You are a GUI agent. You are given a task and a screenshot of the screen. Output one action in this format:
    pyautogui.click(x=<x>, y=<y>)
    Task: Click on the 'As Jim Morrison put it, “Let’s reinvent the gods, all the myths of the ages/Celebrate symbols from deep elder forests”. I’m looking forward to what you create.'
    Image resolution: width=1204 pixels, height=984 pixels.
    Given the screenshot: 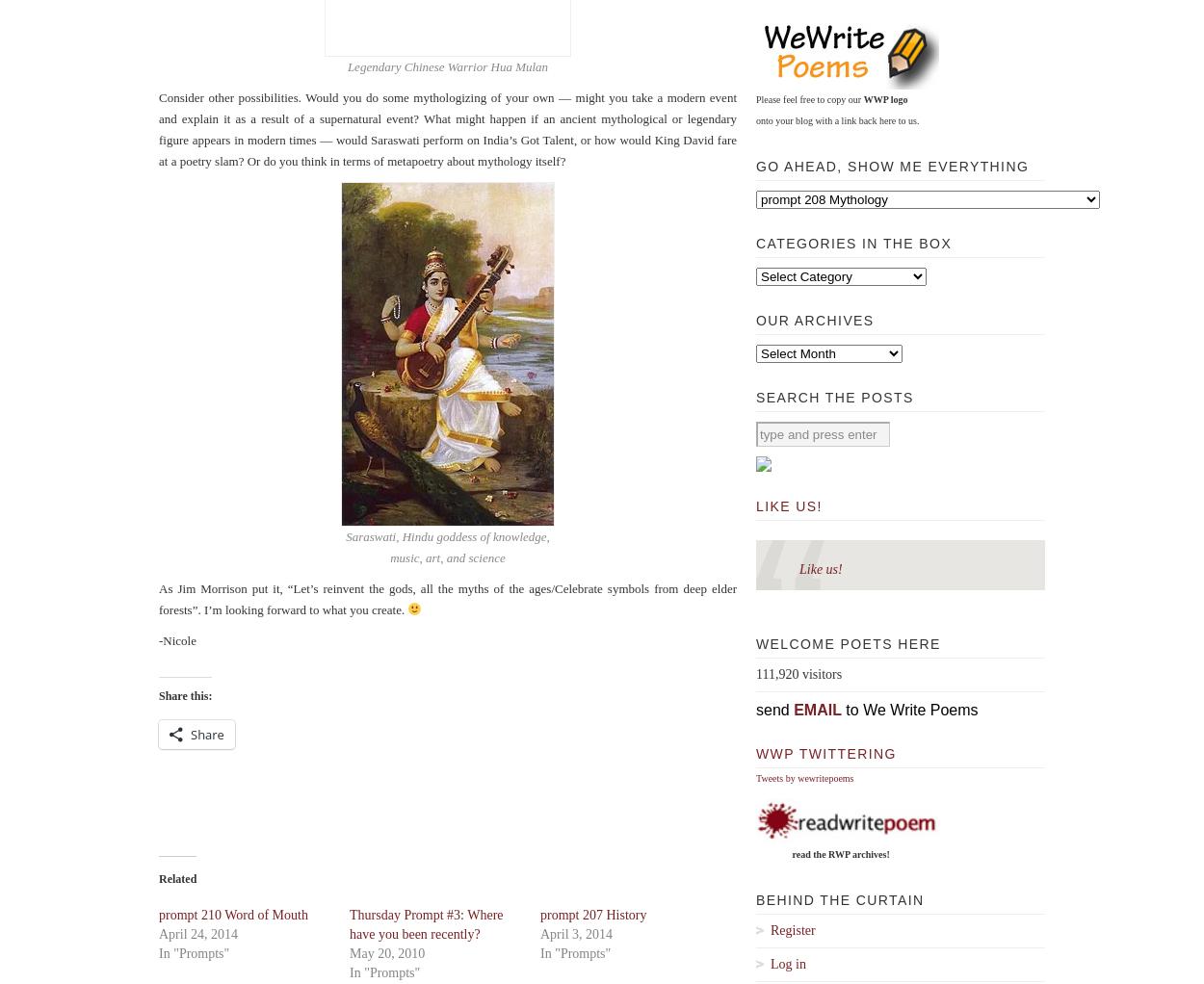 What is the action you would take?
    pyautogui.click(x=447, y=597)
    